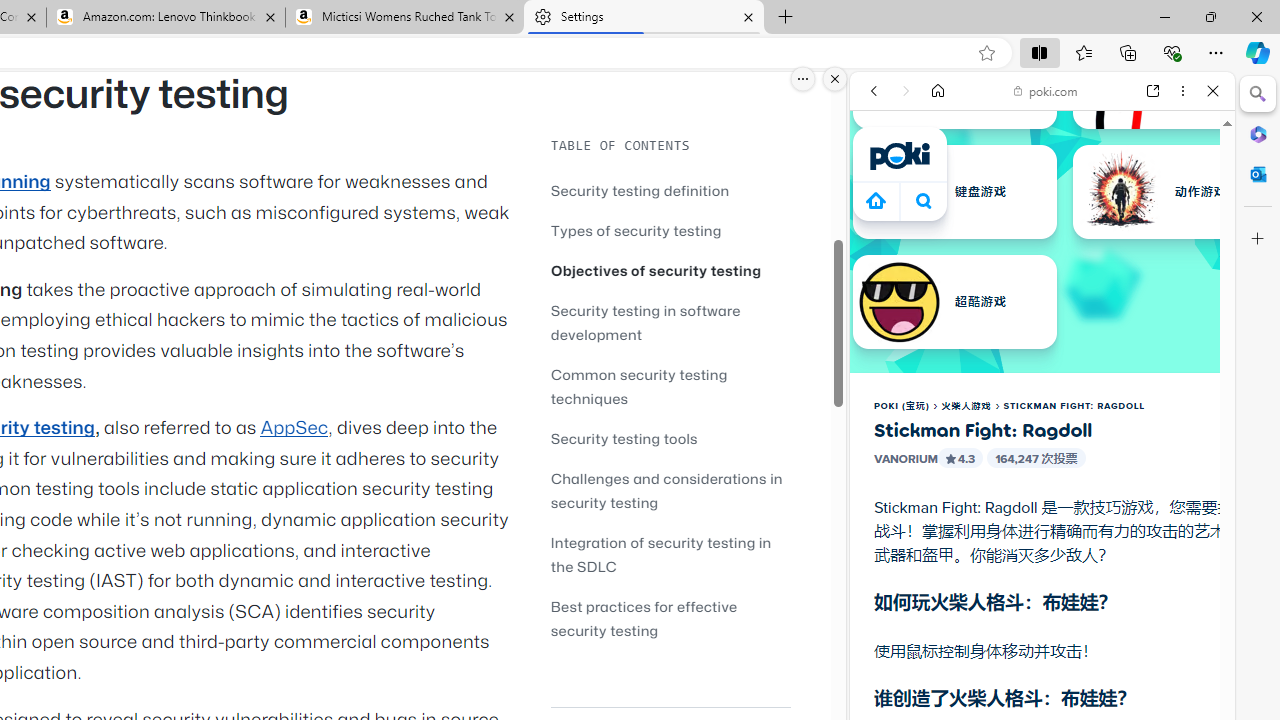 The image size is (1280, 720). I want to click on 'poki.com', so click(1045, 91).